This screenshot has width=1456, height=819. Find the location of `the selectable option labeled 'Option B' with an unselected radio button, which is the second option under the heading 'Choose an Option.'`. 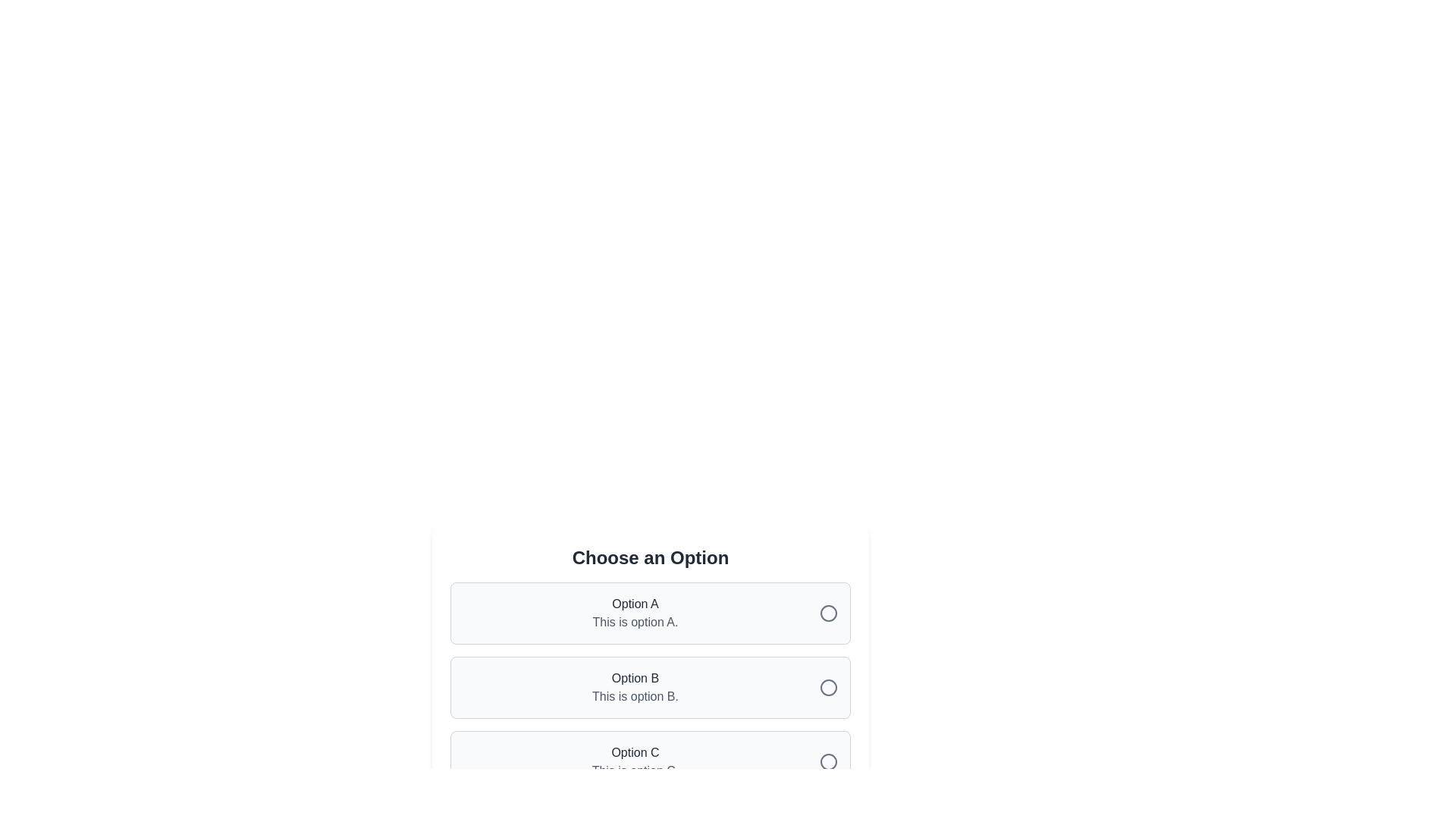

the selectable option labeled 'Option B' with an unselected radio button, which is the second option under the heading 'Choose an Option.' is located at coordinates (651, 669).